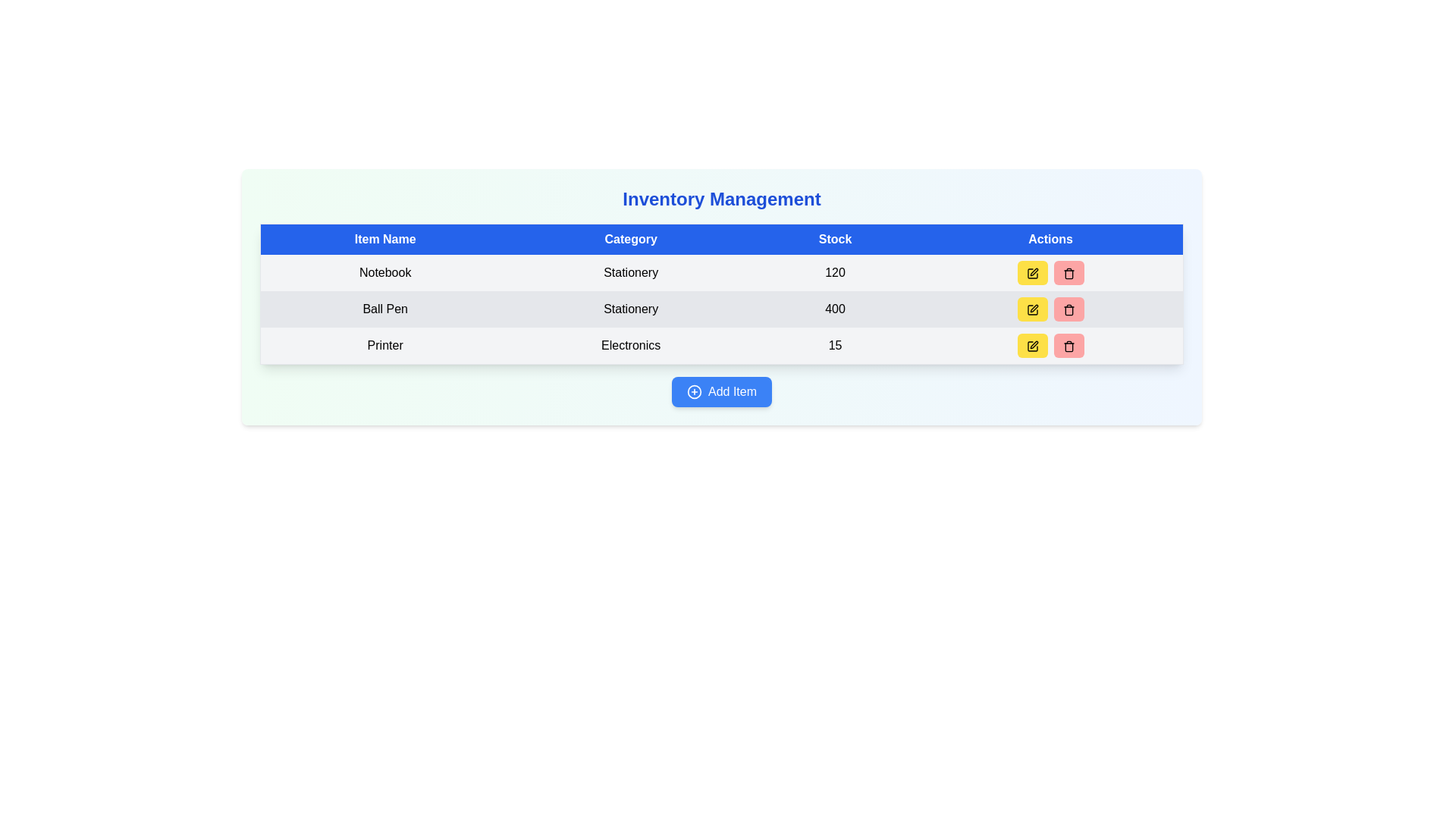  What do you see at coordinates (1031, 271) in the screenshot?
I see `the yellow button with a black pen icon located in the actions column of the first row of the table to initiate editing` at bounding box center [1031, 271].